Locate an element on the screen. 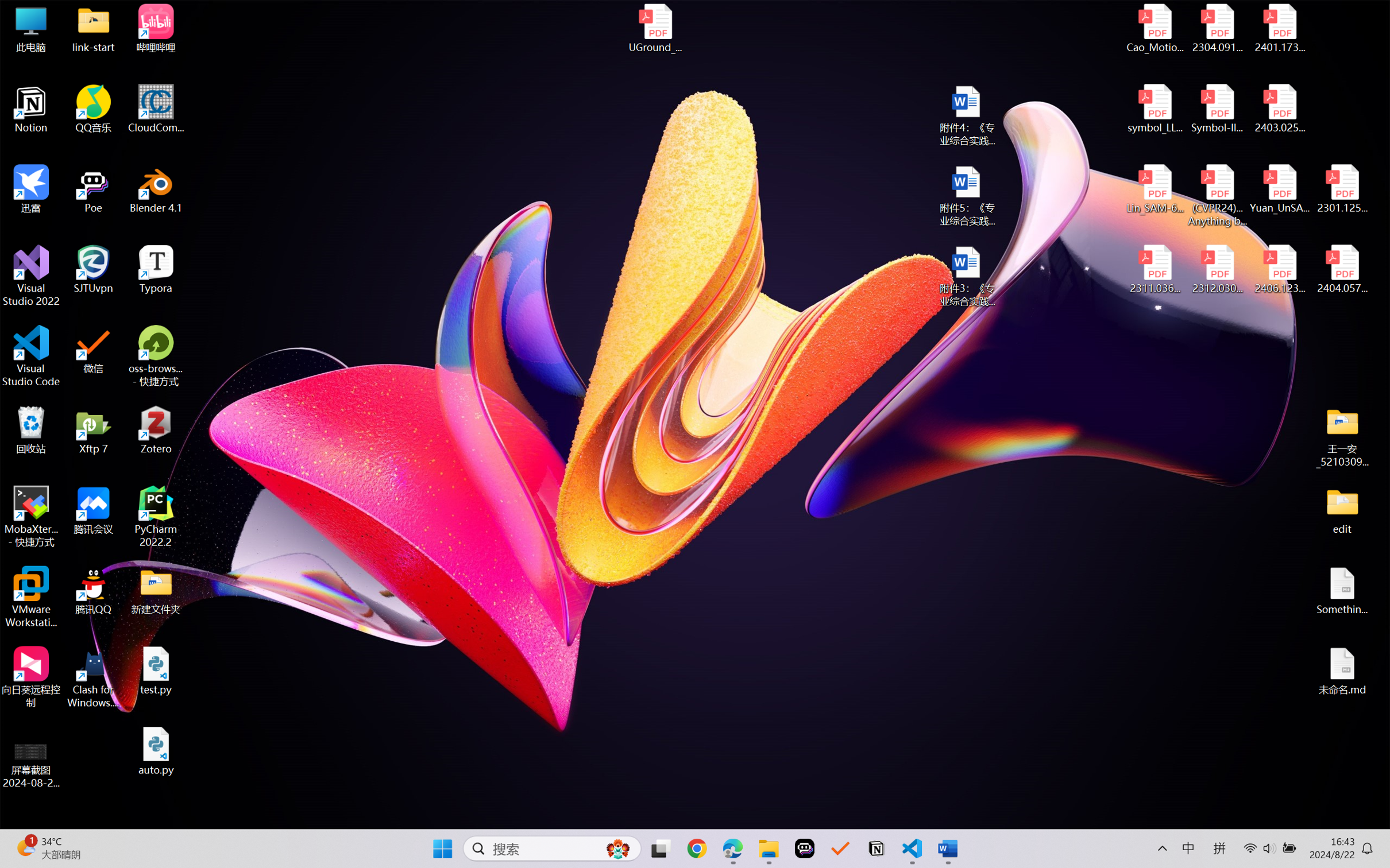 The width and height of the screenshot is (1390, 868). 'Blender 4.1' is located at coordinates (156, 188).